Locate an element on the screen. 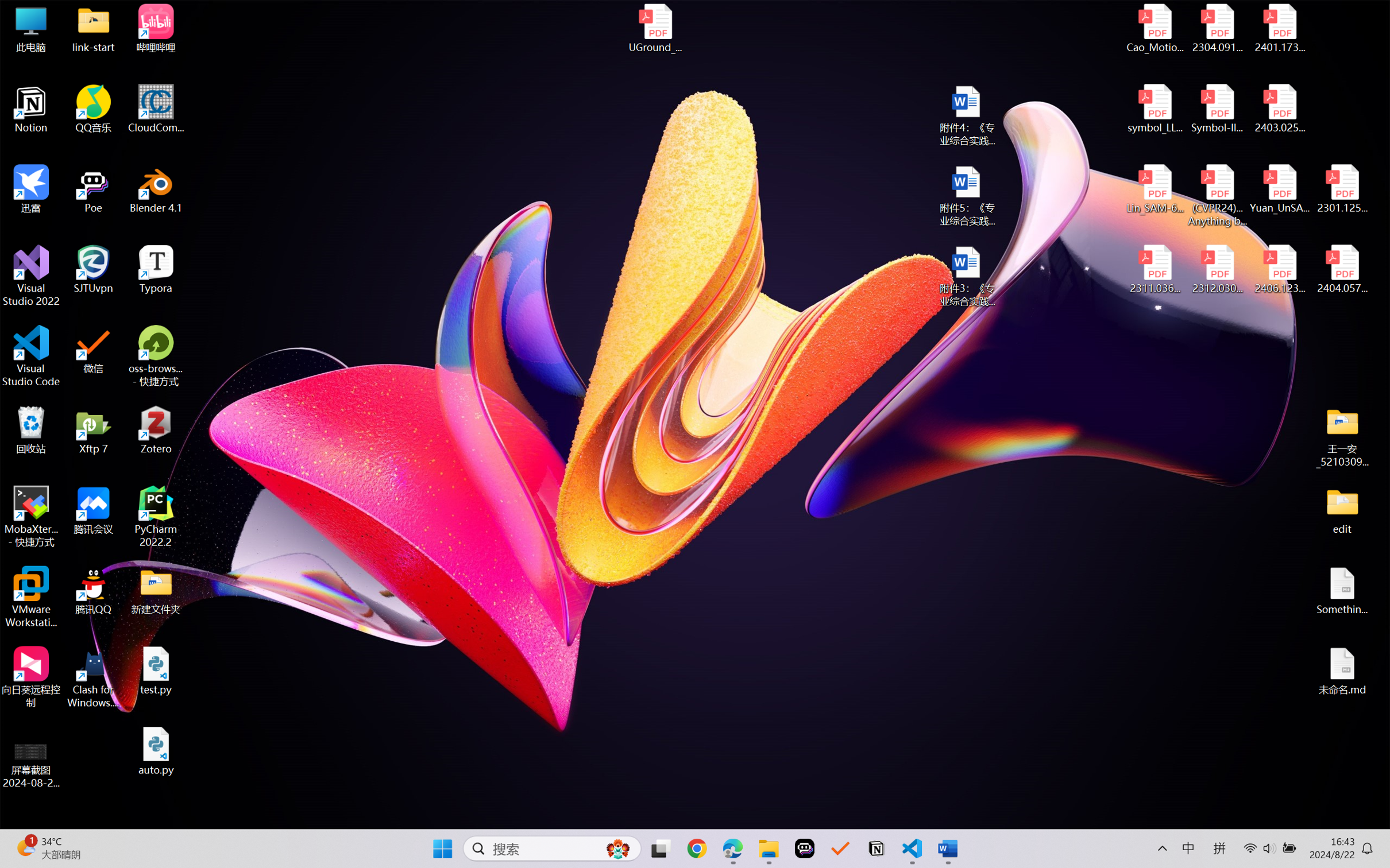 The width and height of the screenshot is (1390, 868). 'Blender 4.1' is located at coordinates (156, 188).